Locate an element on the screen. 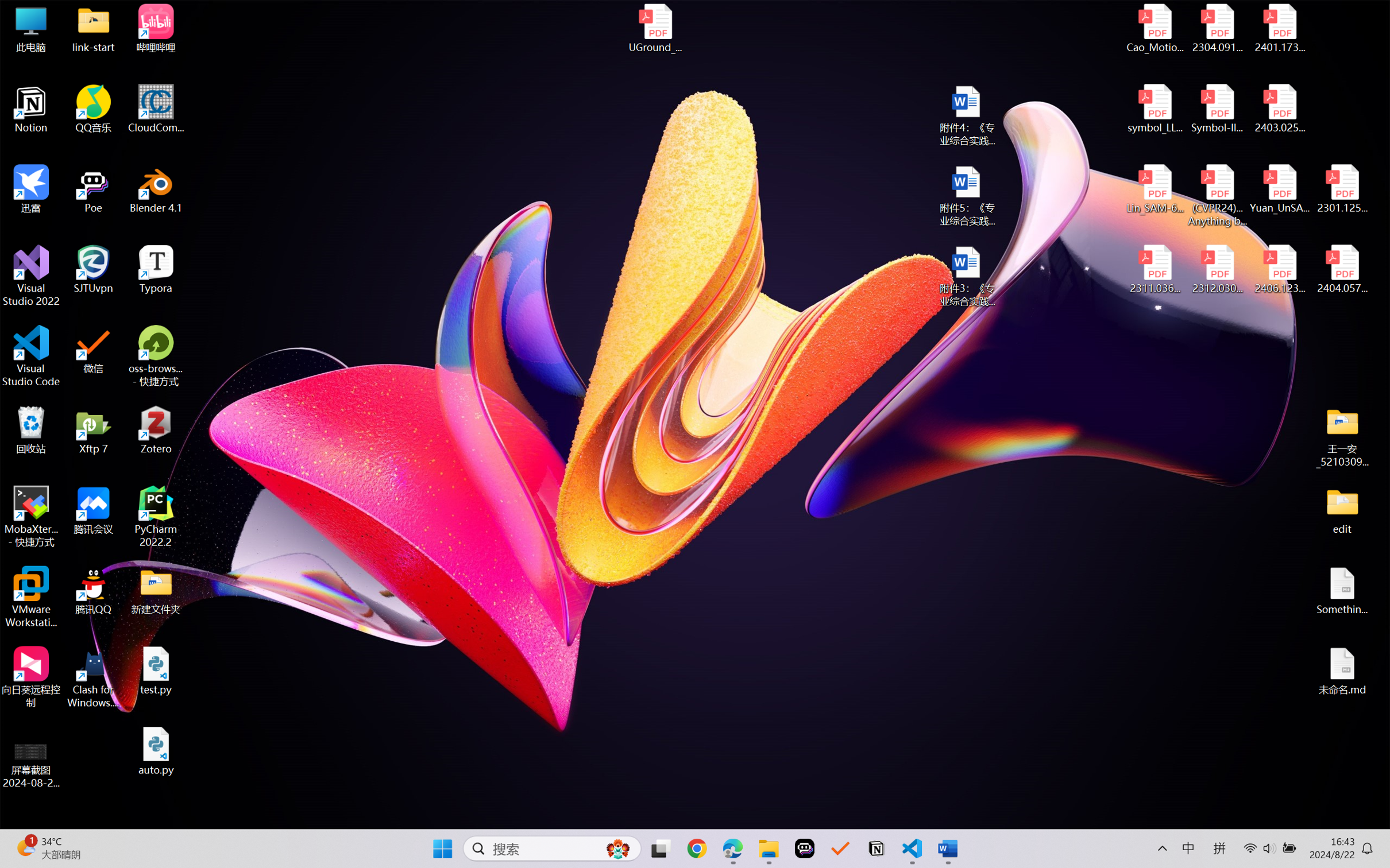 The width and height of the screenshot is (1390, 868). 'Blender 4.1' is located at coordinates (156, 188).